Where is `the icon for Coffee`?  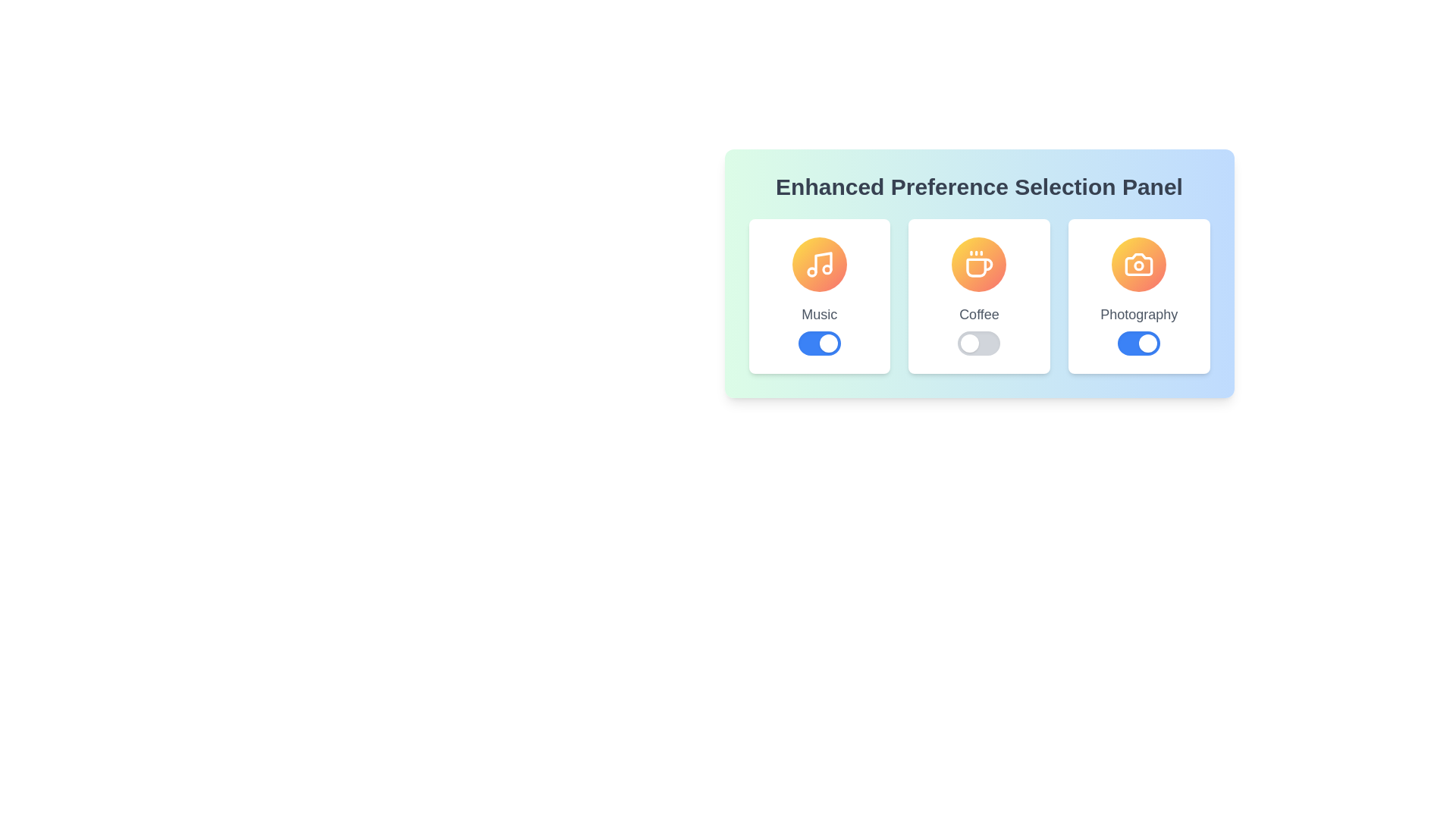
the icon for Coffee is located at coordinates (979, 263).